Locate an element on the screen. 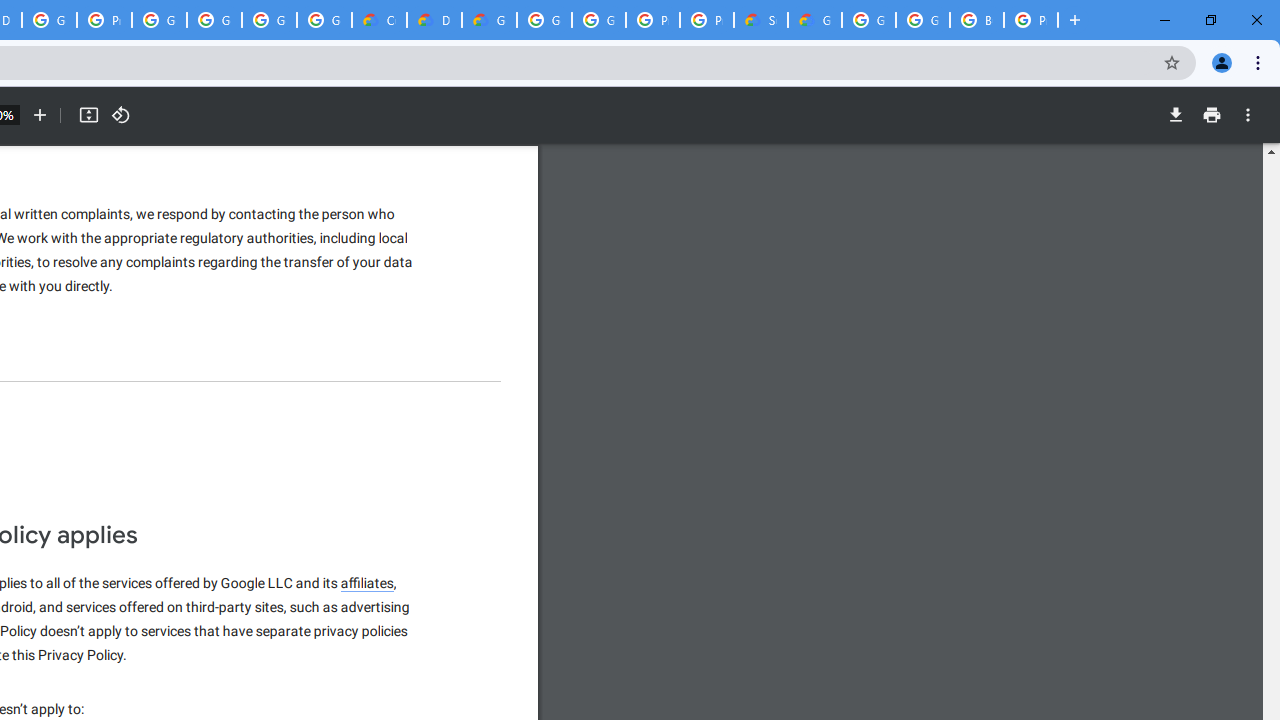 Image resolution: width=1280 pixels, height=720 pixels. 'Support Hub | Google Cloud' is located at coordinates (759, 20).